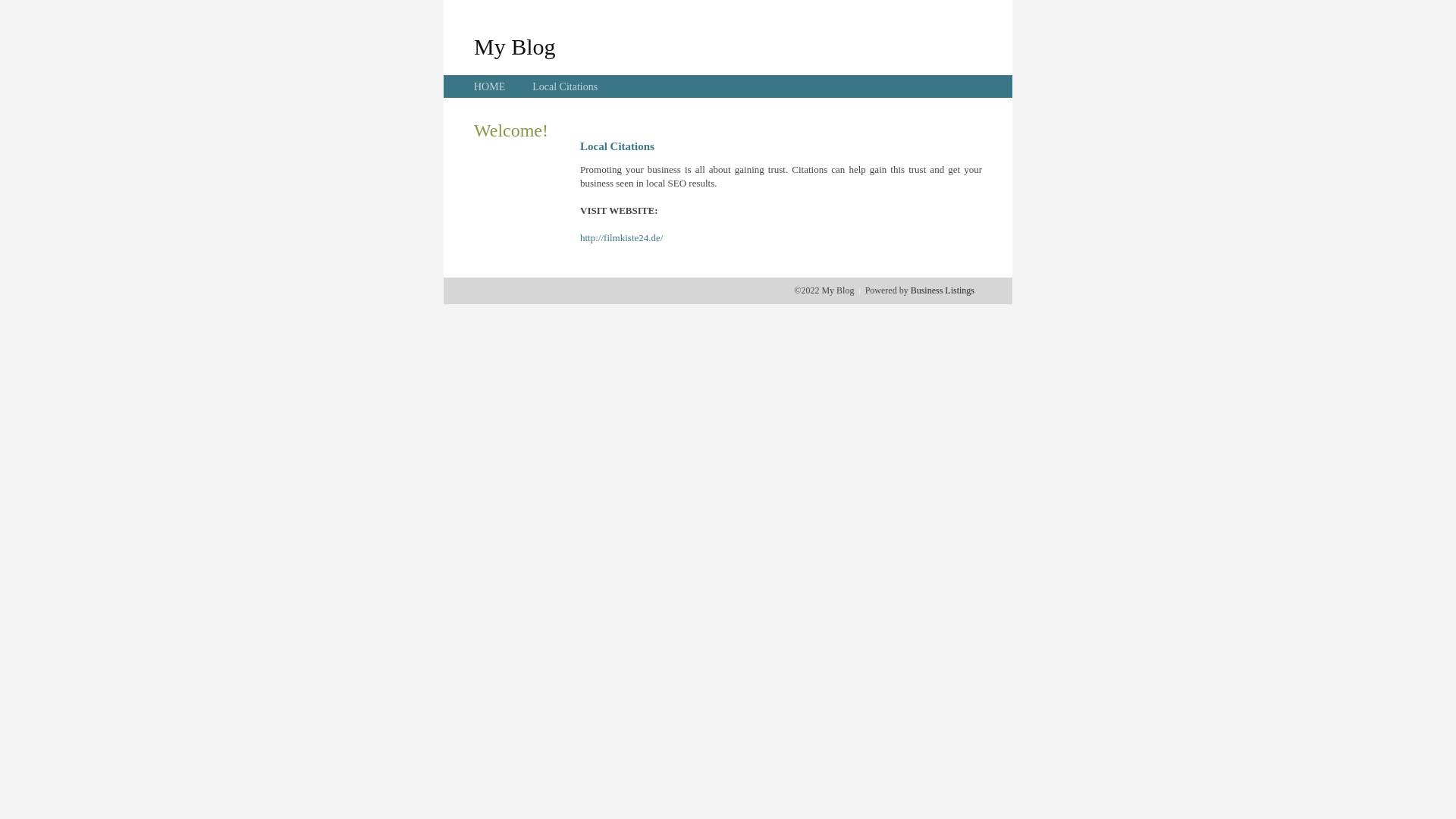 The width and height of the screenshot is (1456, 819). I want to click on 'http://filmkiste24.de/', so click(579, 237).